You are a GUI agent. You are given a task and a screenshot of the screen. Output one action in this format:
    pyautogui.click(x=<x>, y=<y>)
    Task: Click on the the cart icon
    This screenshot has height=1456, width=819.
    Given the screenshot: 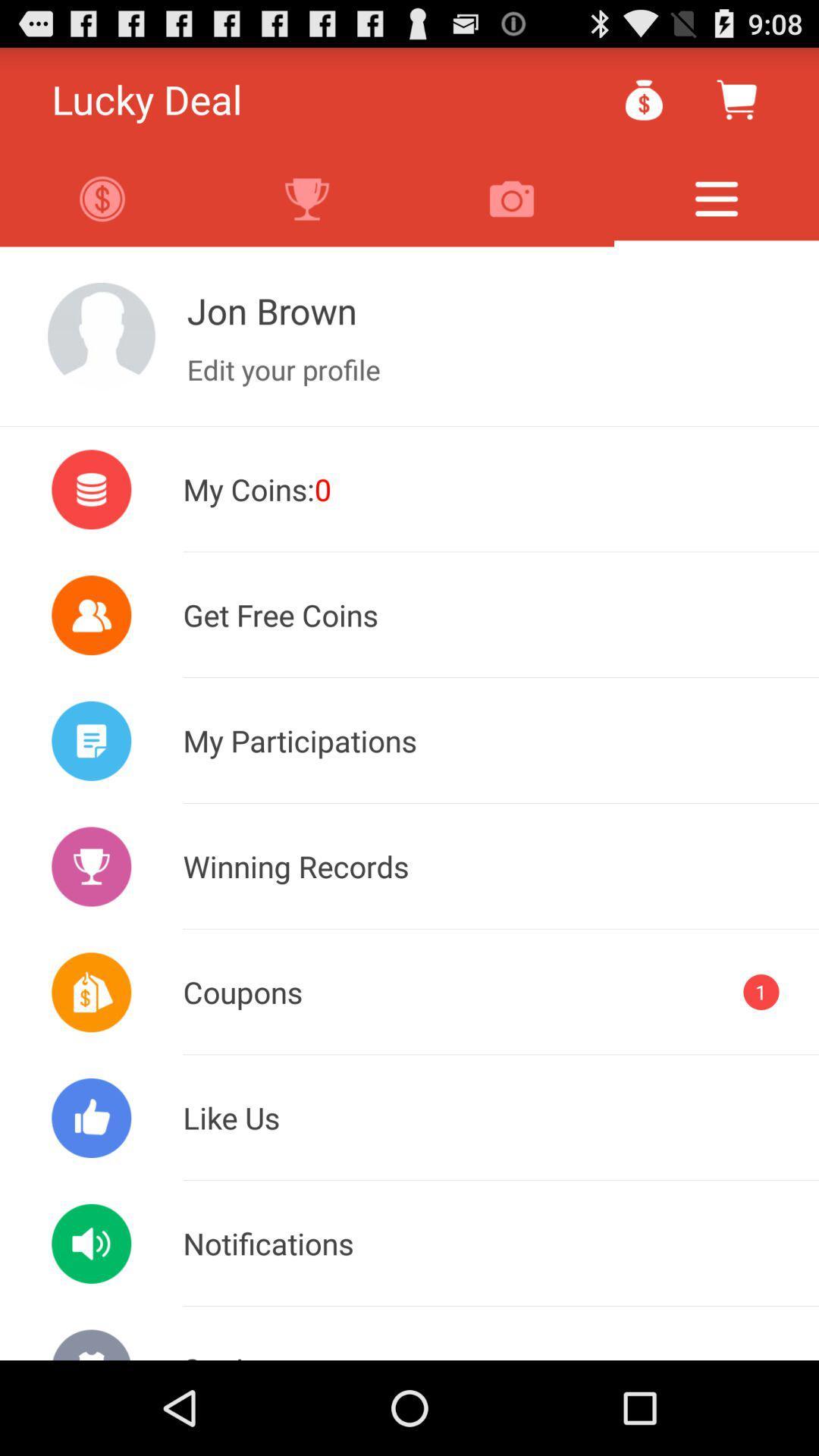 What is the action you would take?
    pyautogui.click(x=736, y=105)
    